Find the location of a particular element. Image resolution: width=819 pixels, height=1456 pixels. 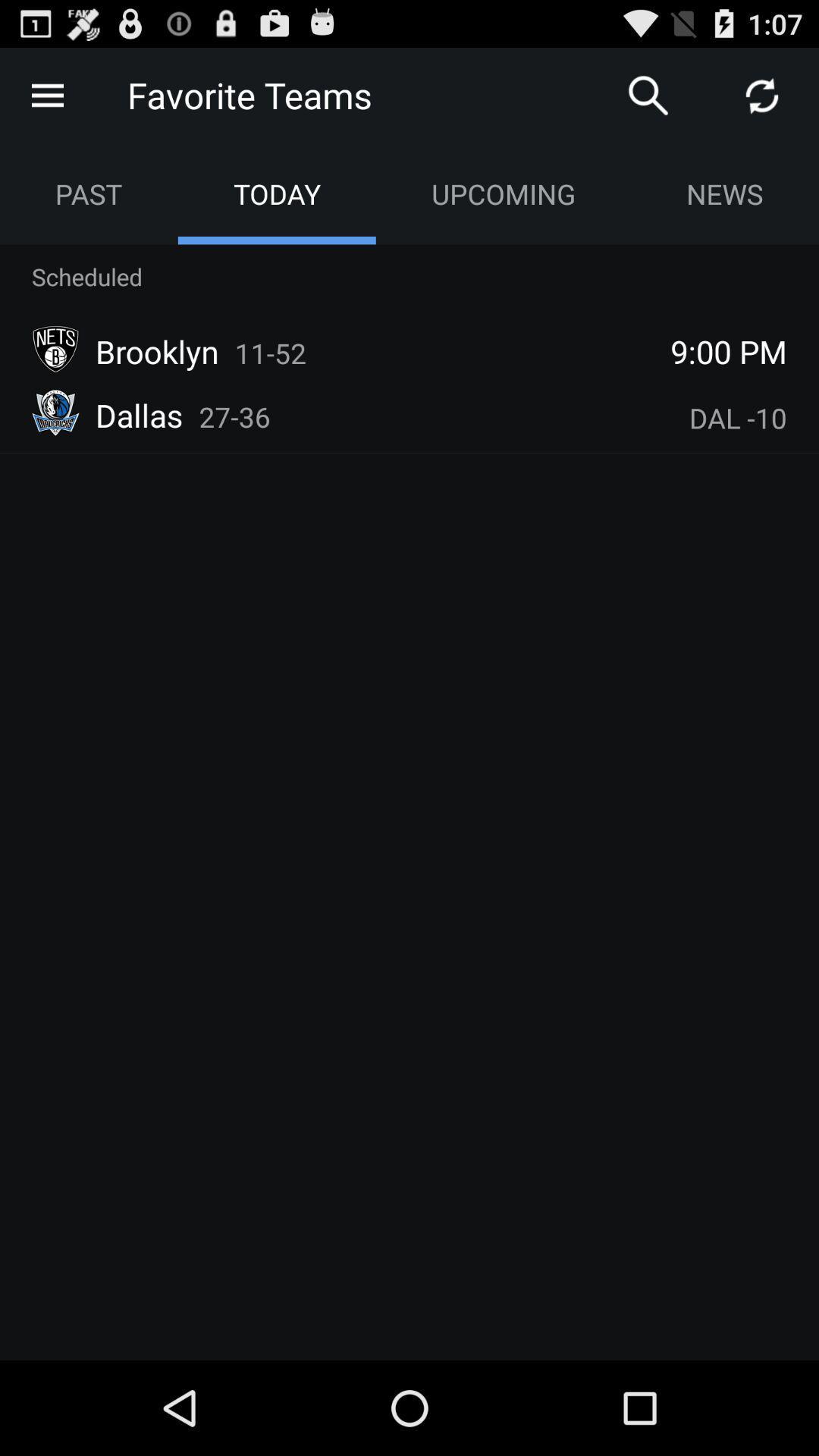

the app next to the news is located at coordinates (503, 193).